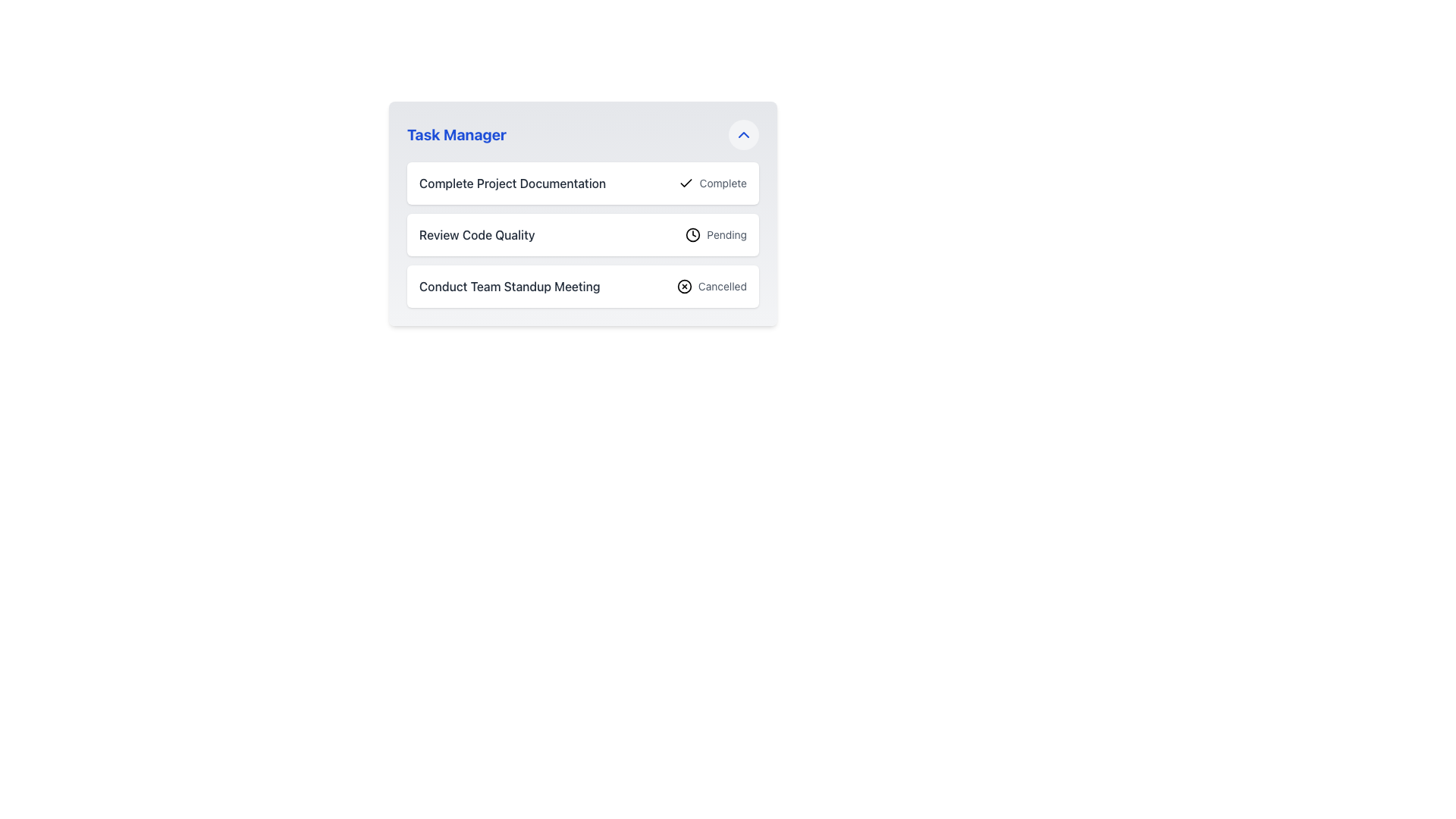  What do you see at coordinates (685, 183) in the screenshot?
I see `the checkmark icon located to the left of the 'Complete' text label in the first row of the task list under 'Task Manager'` at bounding box center [685, 183].